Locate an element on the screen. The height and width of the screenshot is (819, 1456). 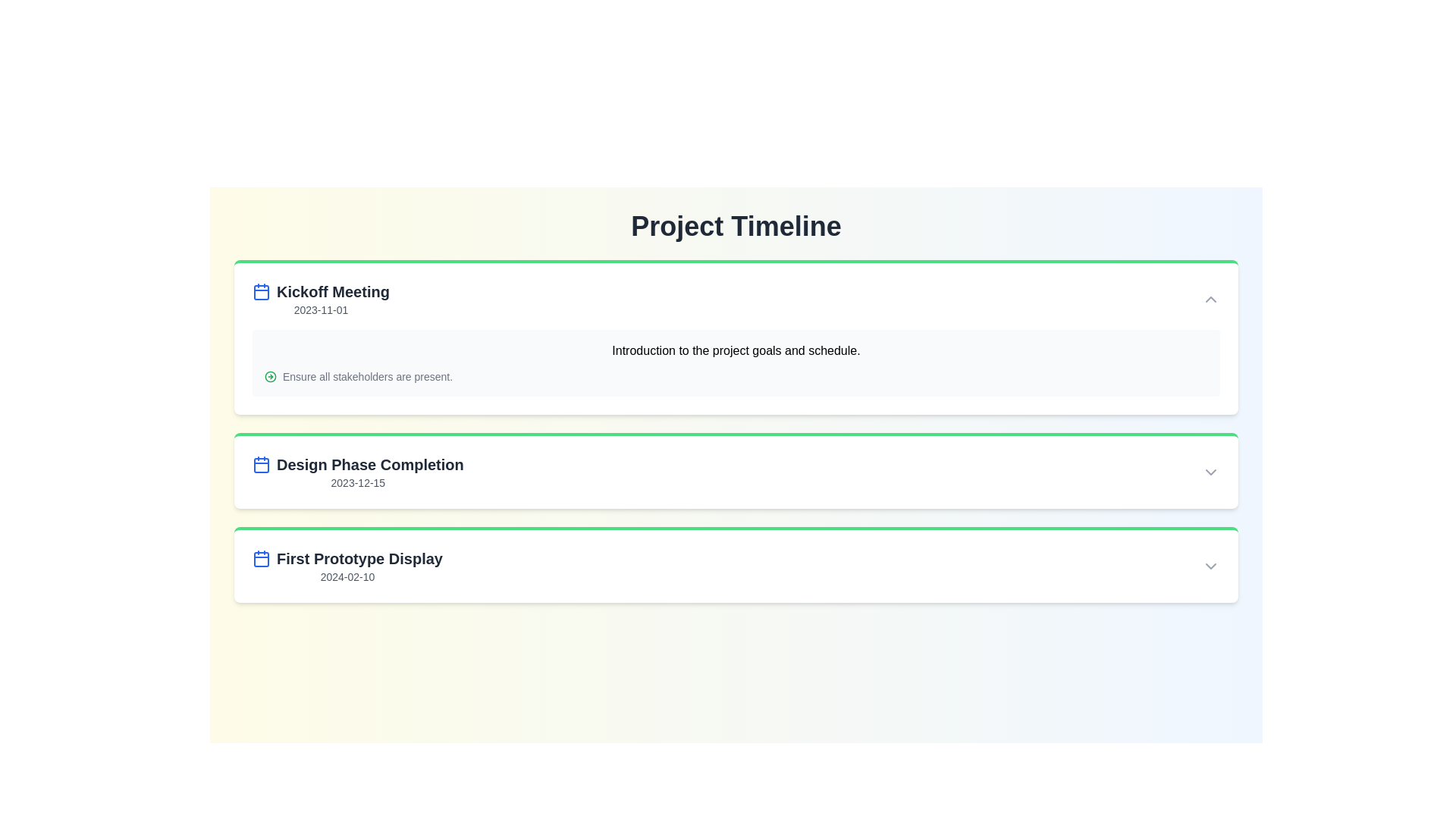
the header text element denoting the milestone 'First Prototype Display' in the project timeline, located above the date '2024-02-10' is located at coordinates (347, 558).